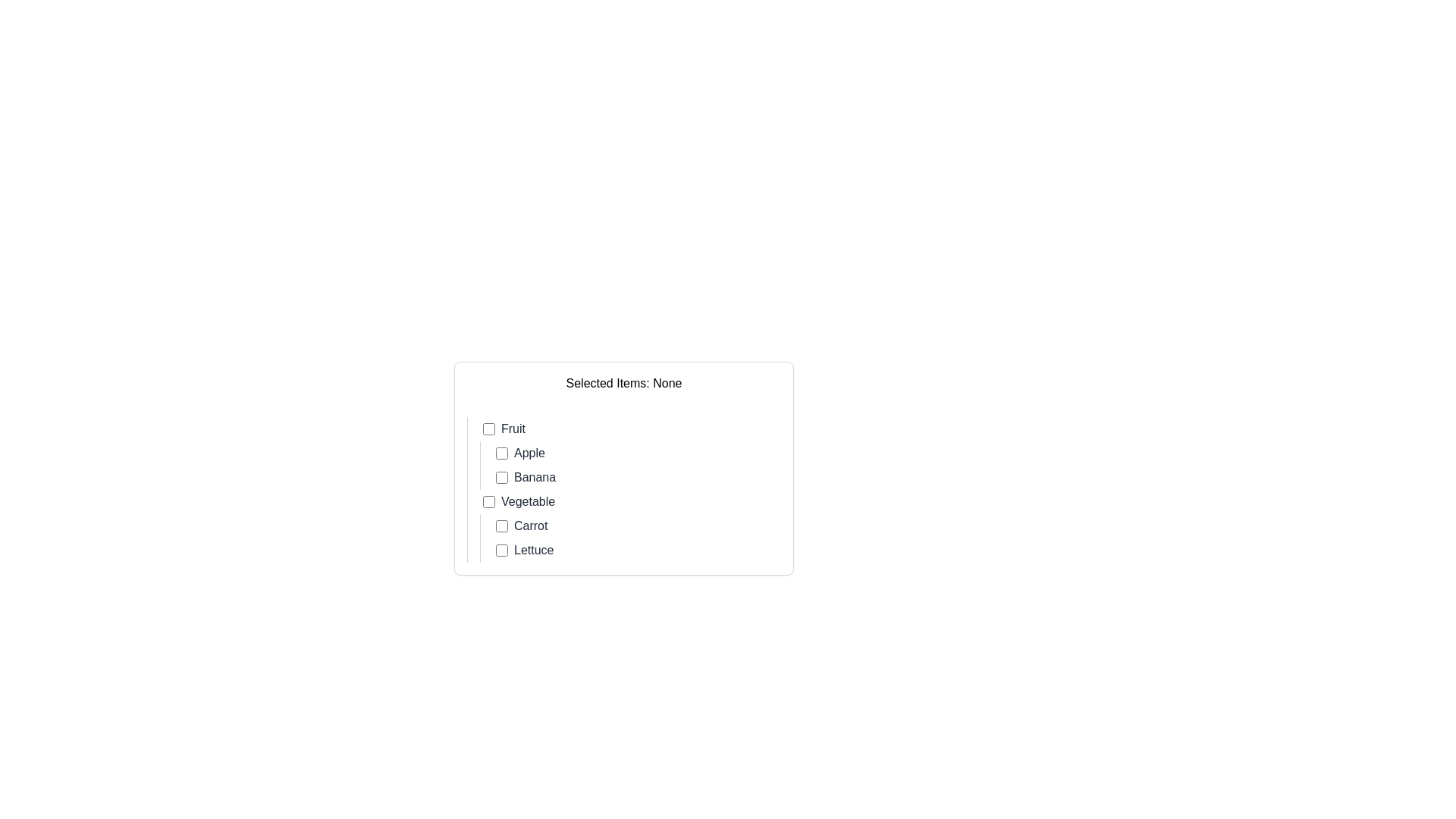 The image size is (1456, 819). Describe the element at coordinates (529, 452) in the screenshot. I see `the text label 'Apple' styled in gray font, located beside a checkbox under the 'Fruit' category` at that location.